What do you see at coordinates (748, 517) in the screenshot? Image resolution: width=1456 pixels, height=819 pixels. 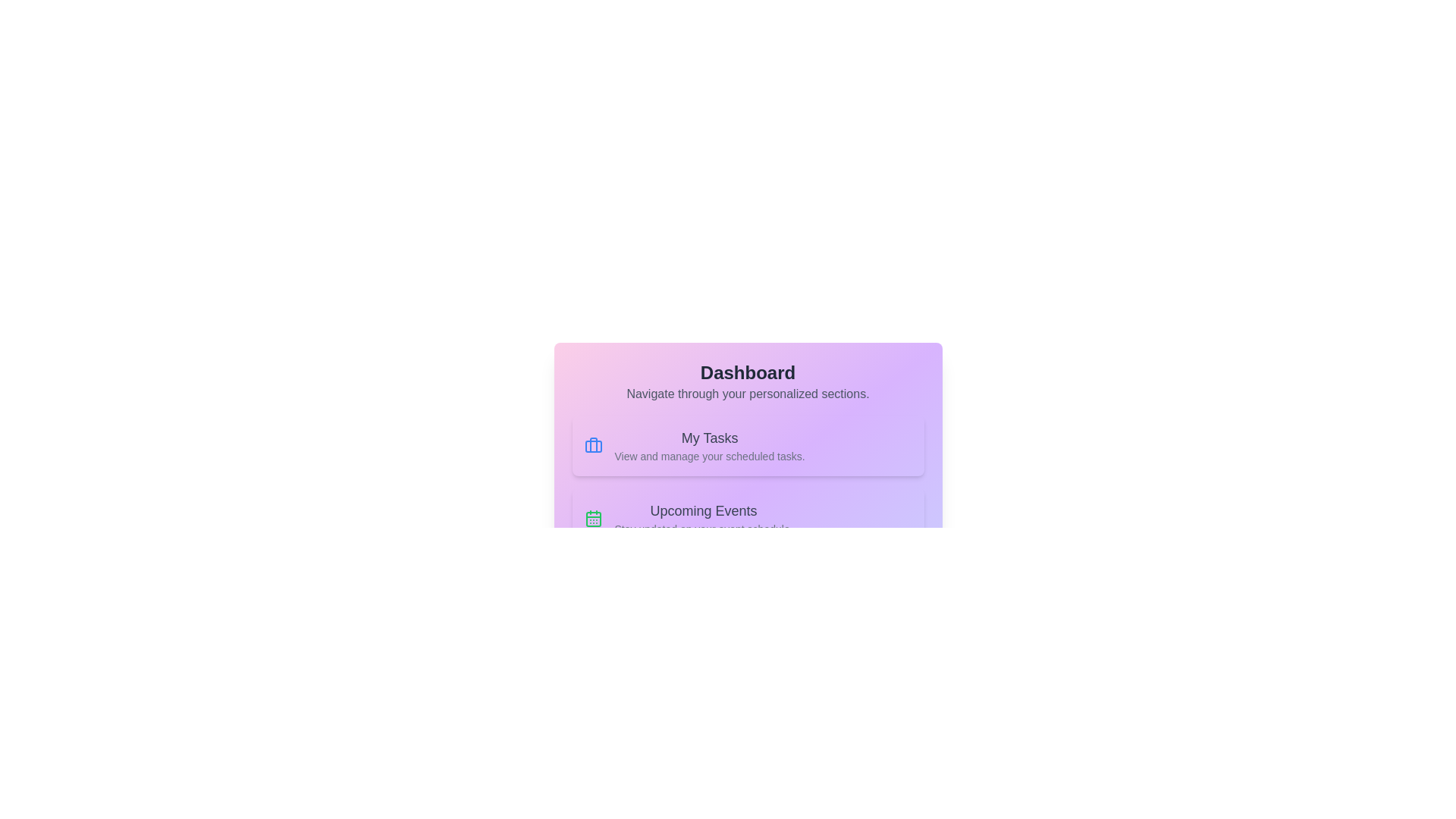 I see `the section titled Upcoming Events to scale it` at bounding box center [748, 517].